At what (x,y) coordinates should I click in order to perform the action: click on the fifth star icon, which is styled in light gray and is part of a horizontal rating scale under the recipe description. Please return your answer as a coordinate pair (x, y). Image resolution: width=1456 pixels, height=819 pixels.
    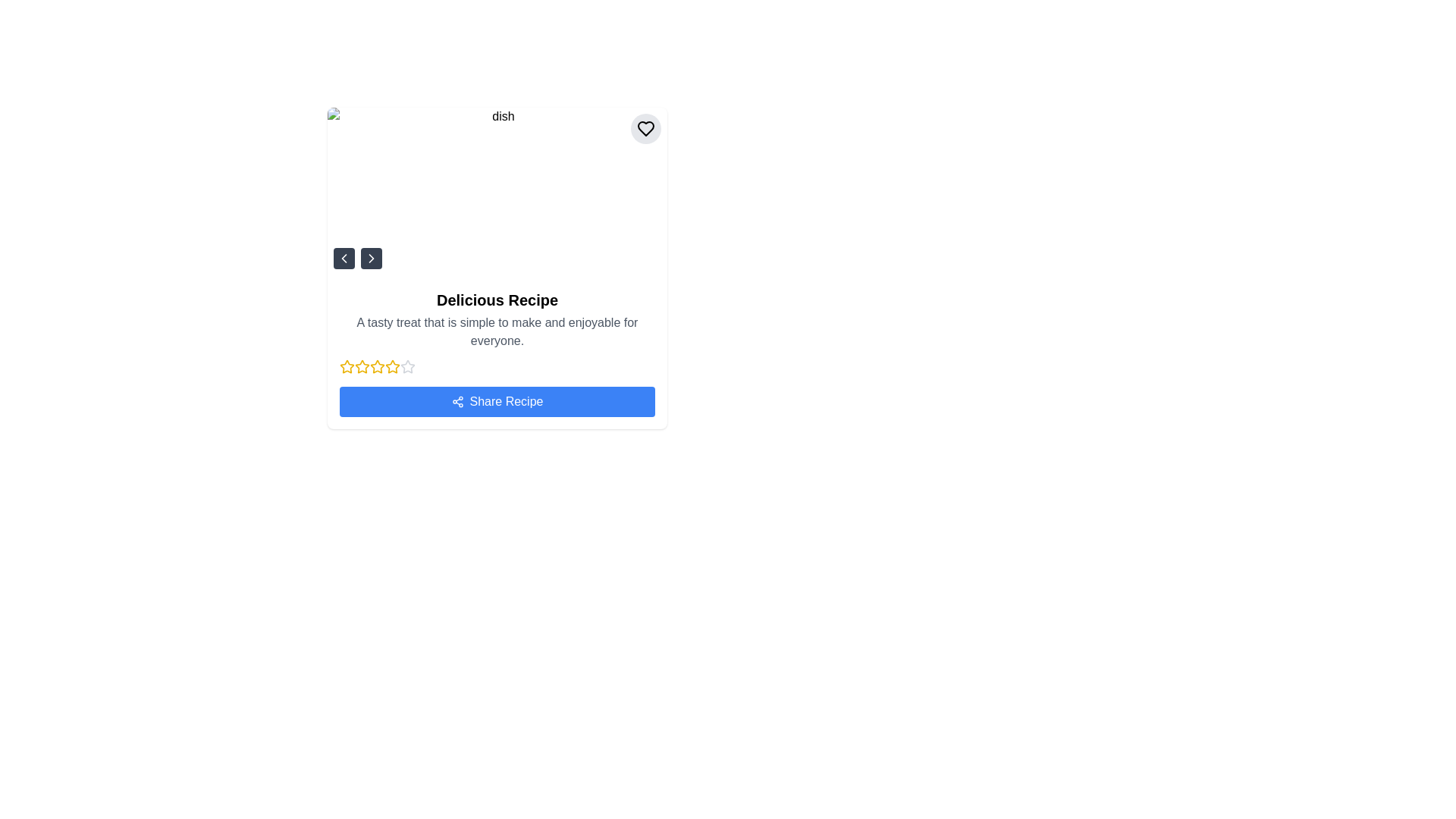
    Looking at the image, I should click on (407, 366).